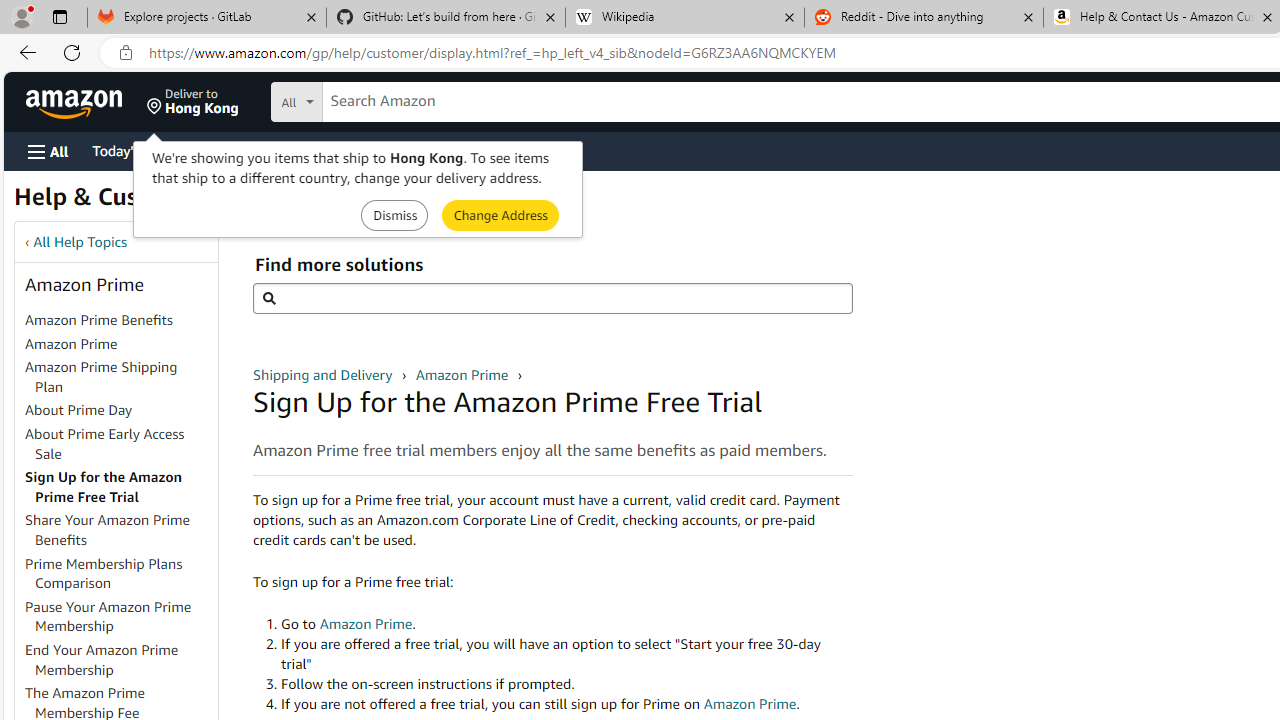  What do you see at coordinates (80, 241) in the screenshot?
I see `'All Help Topics'` at bounding box center [80, 241].